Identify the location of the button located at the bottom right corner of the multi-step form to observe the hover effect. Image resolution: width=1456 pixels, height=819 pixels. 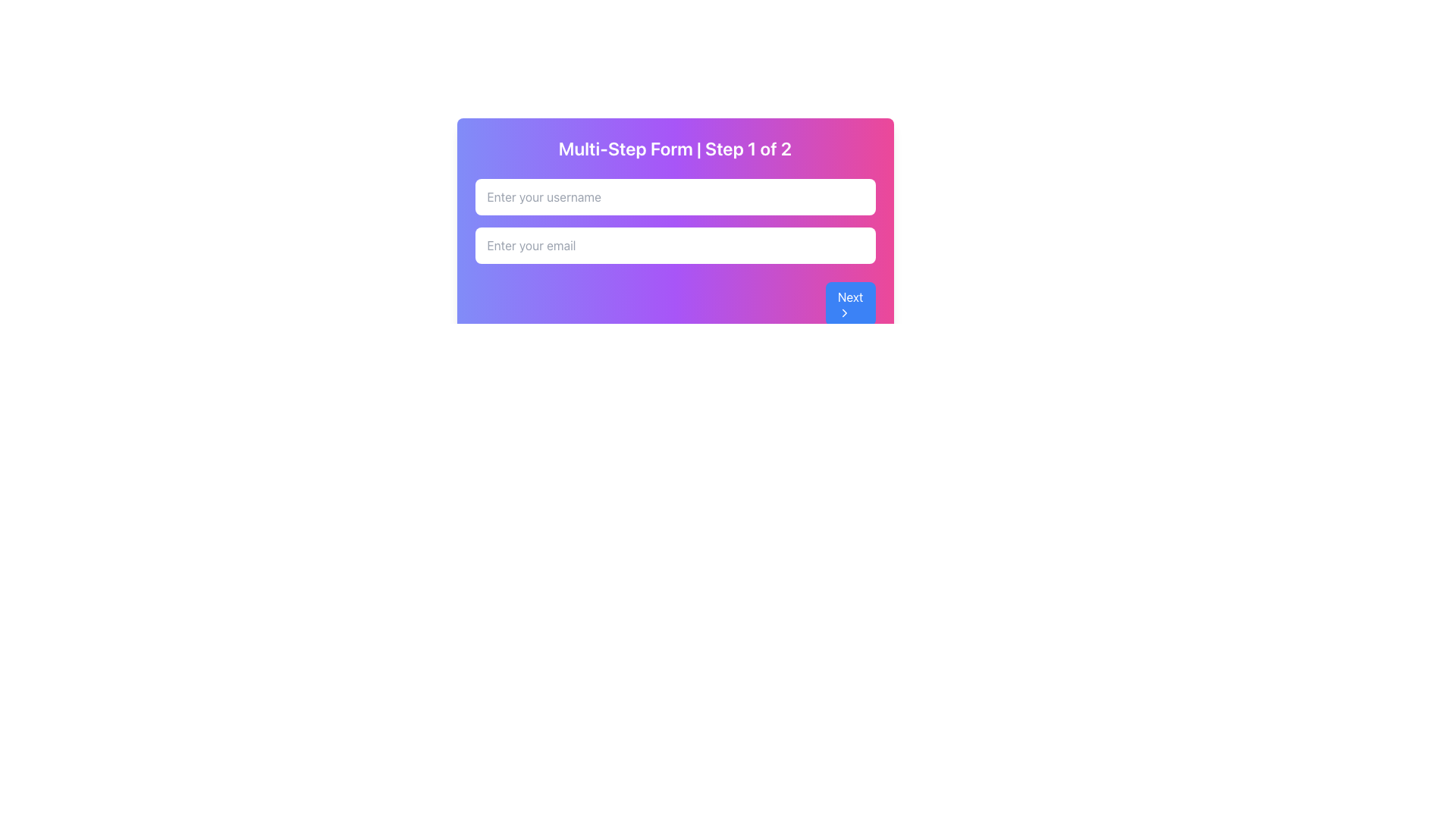
(850, 304).